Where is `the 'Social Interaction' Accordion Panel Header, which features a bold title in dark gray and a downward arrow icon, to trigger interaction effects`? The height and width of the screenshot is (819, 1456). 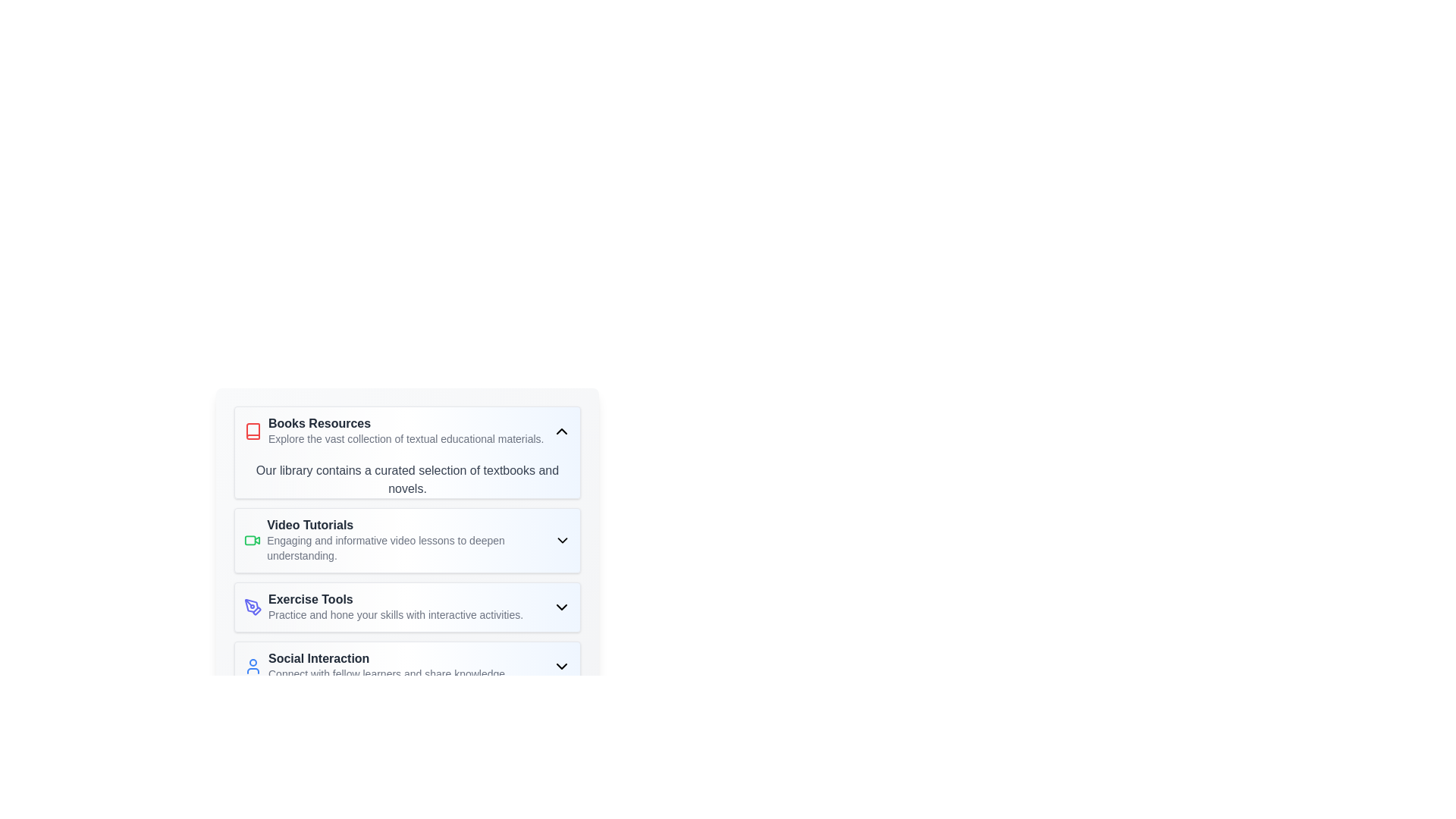
the 'Social Interaction' Accordion Panel Header, which features a bold title in dark gray and a downward arrow icon, to trigger interaction effects is located at coordinates (407, 666).